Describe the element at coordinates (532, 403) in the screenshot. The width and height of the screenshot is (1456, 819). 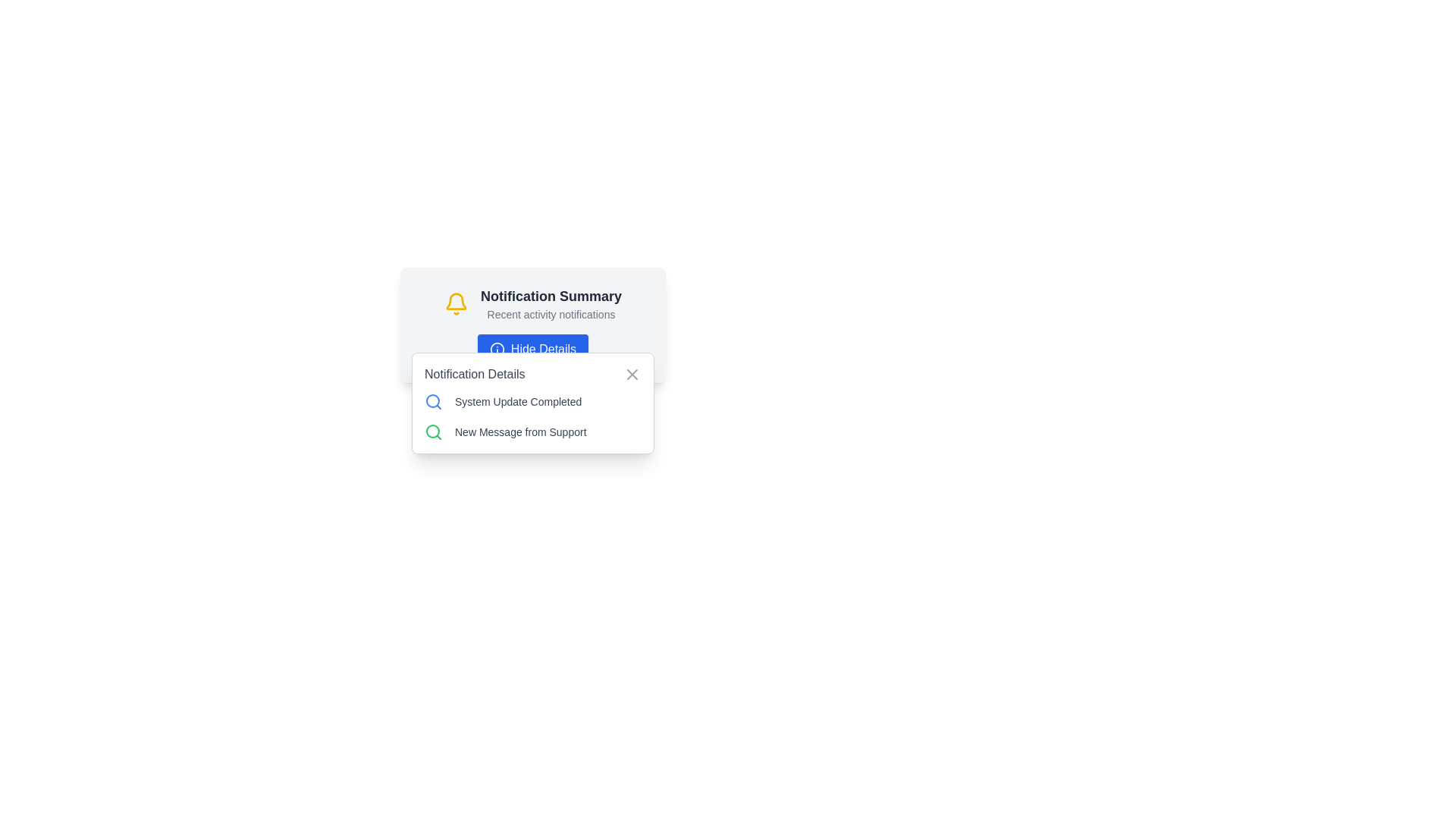
I see `the 'Notification Details' popup to view the details of the listed items` at that location.